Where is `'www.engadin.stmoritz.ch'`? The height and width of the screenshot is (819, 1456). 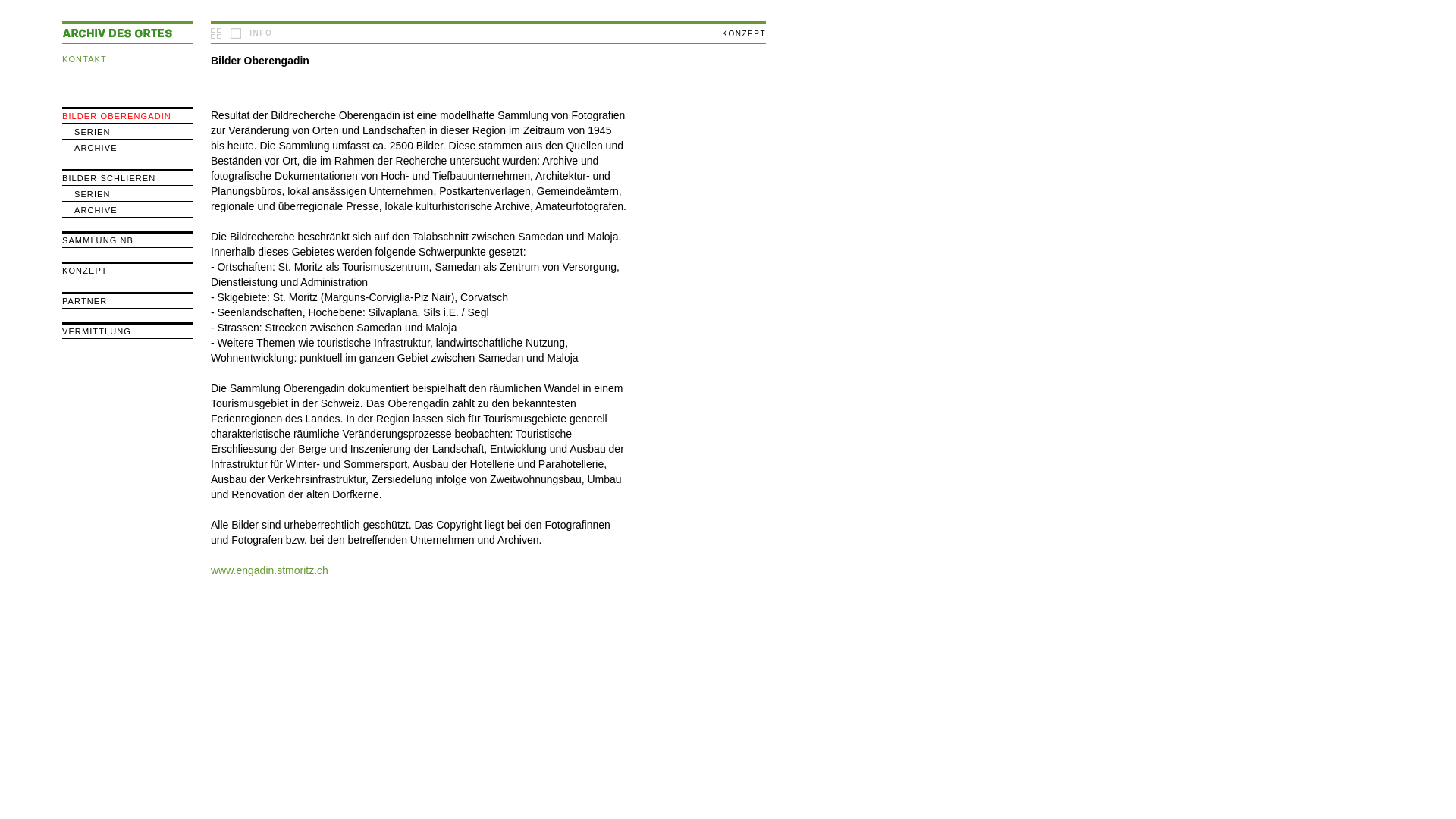 'www.engadin.stmoritz.ch' is located at coordinates (269, 570).